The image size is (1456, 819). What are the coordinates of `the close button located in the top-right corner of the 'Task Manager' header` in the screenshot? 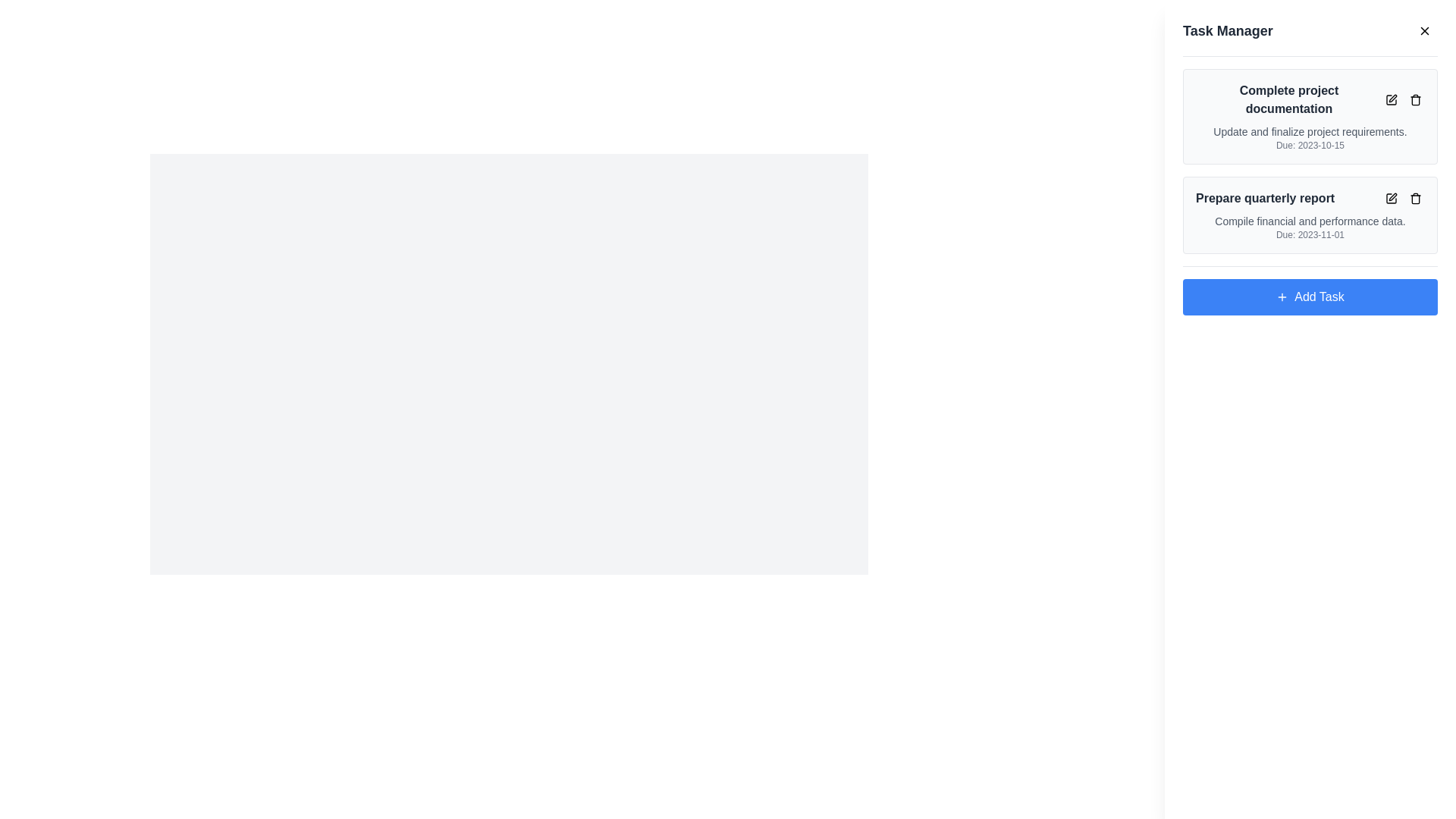 It's located at (1423, 31).